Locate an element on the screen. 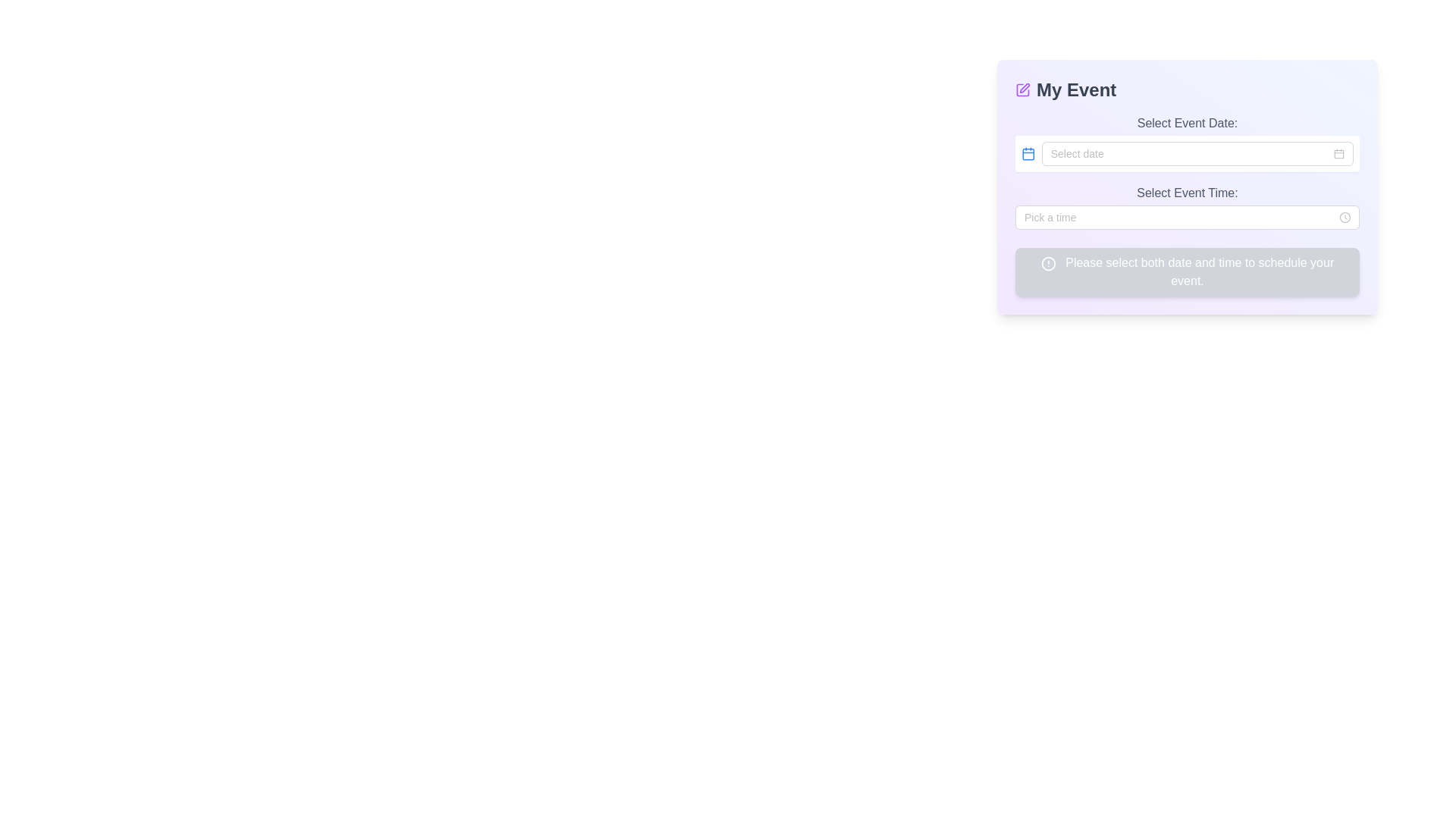 This screenshot has width=1456, height=819. the date selection icon located to the left of the 'Select date' input field is located at coordinates (1028, 154).